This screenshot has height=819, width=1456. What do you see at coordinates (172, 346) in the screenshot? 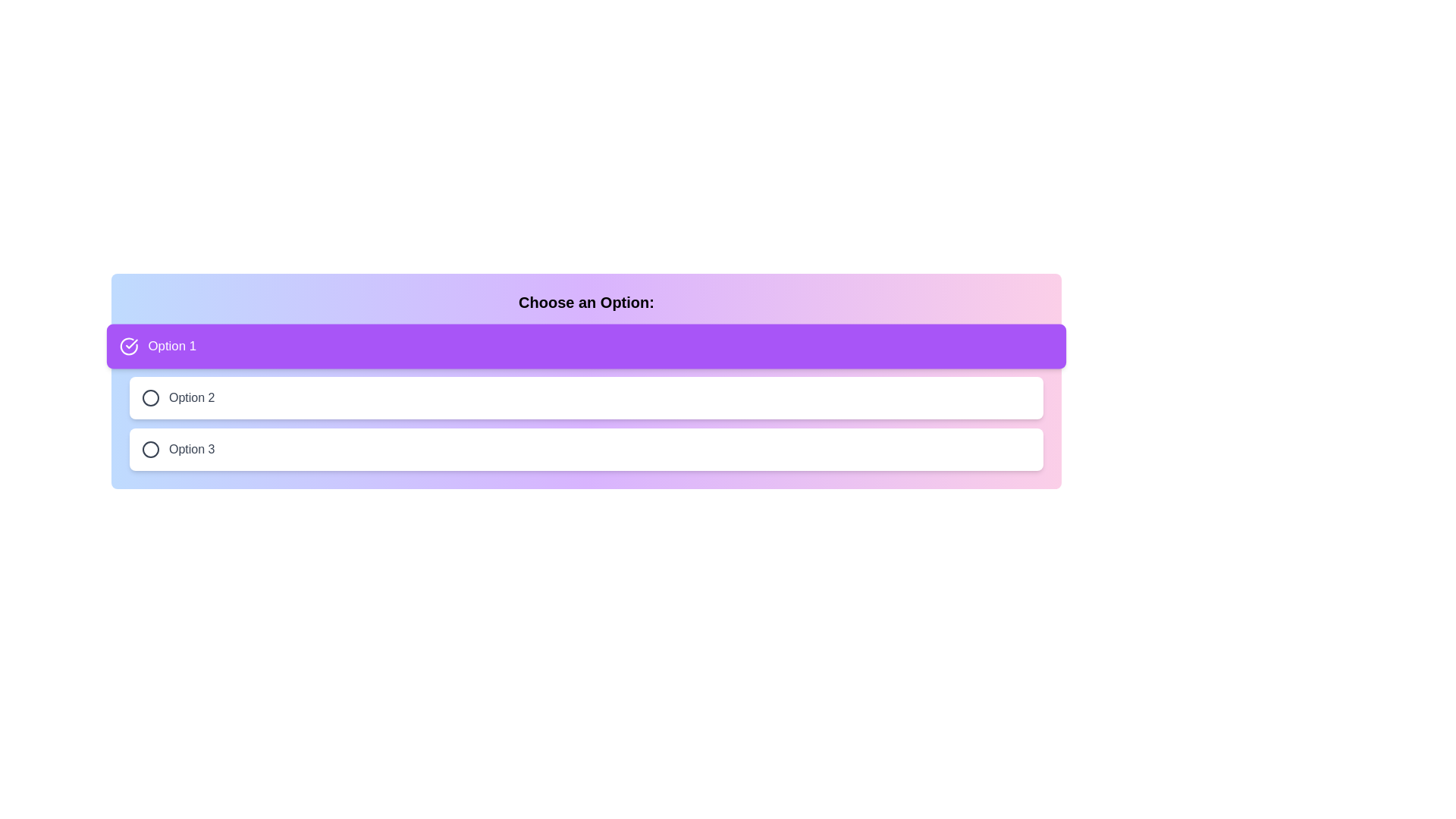
I see `the text label displaying 'Option 1', which is styled in white text on a purple background and is part of the first selectable option in a group of options` at bounding box center [172, 346].